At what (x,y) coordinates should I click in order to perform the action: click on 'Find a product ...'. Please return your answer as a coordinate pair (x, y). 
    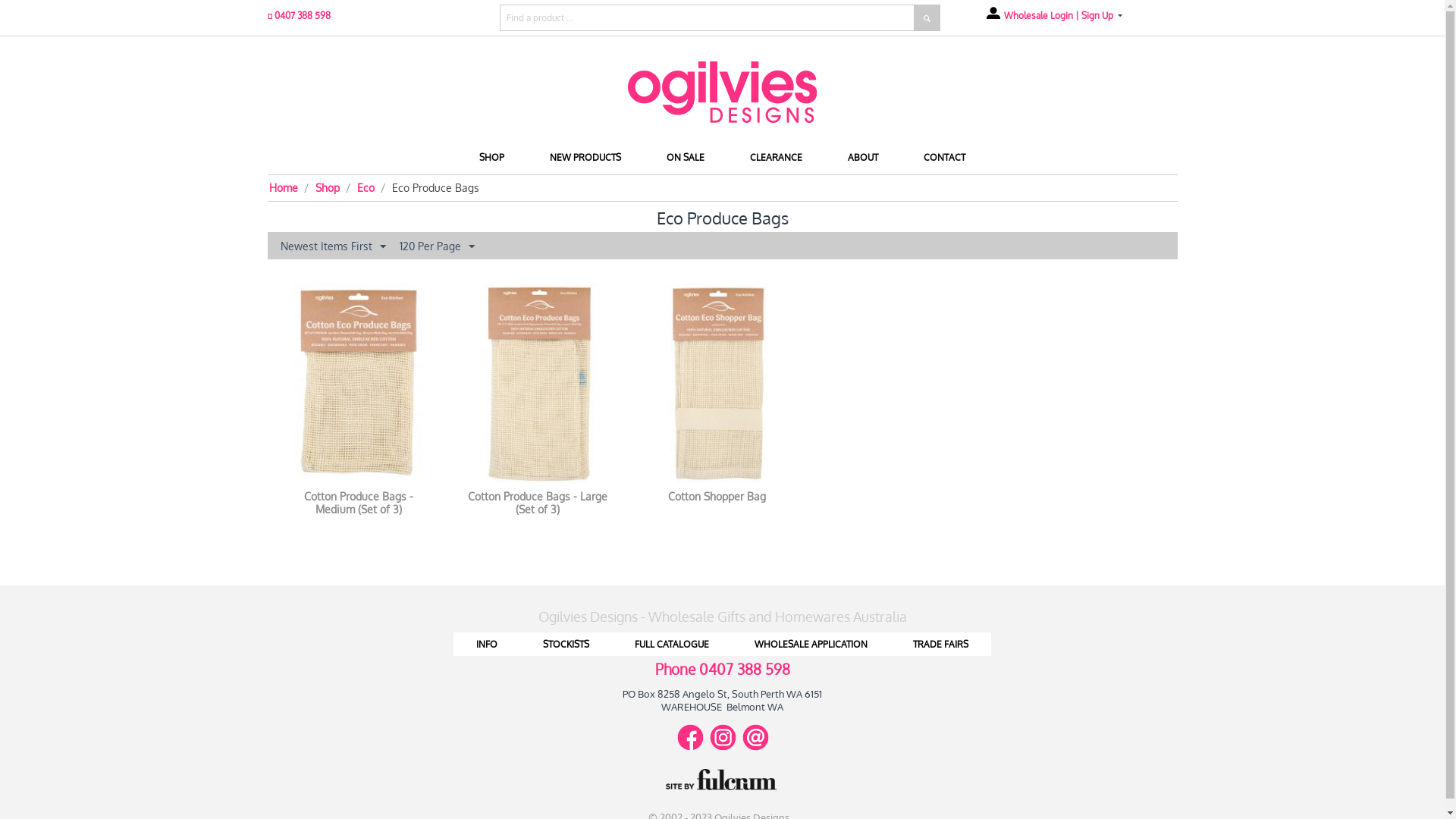
    Looking at the image, I should click on (708, 17).